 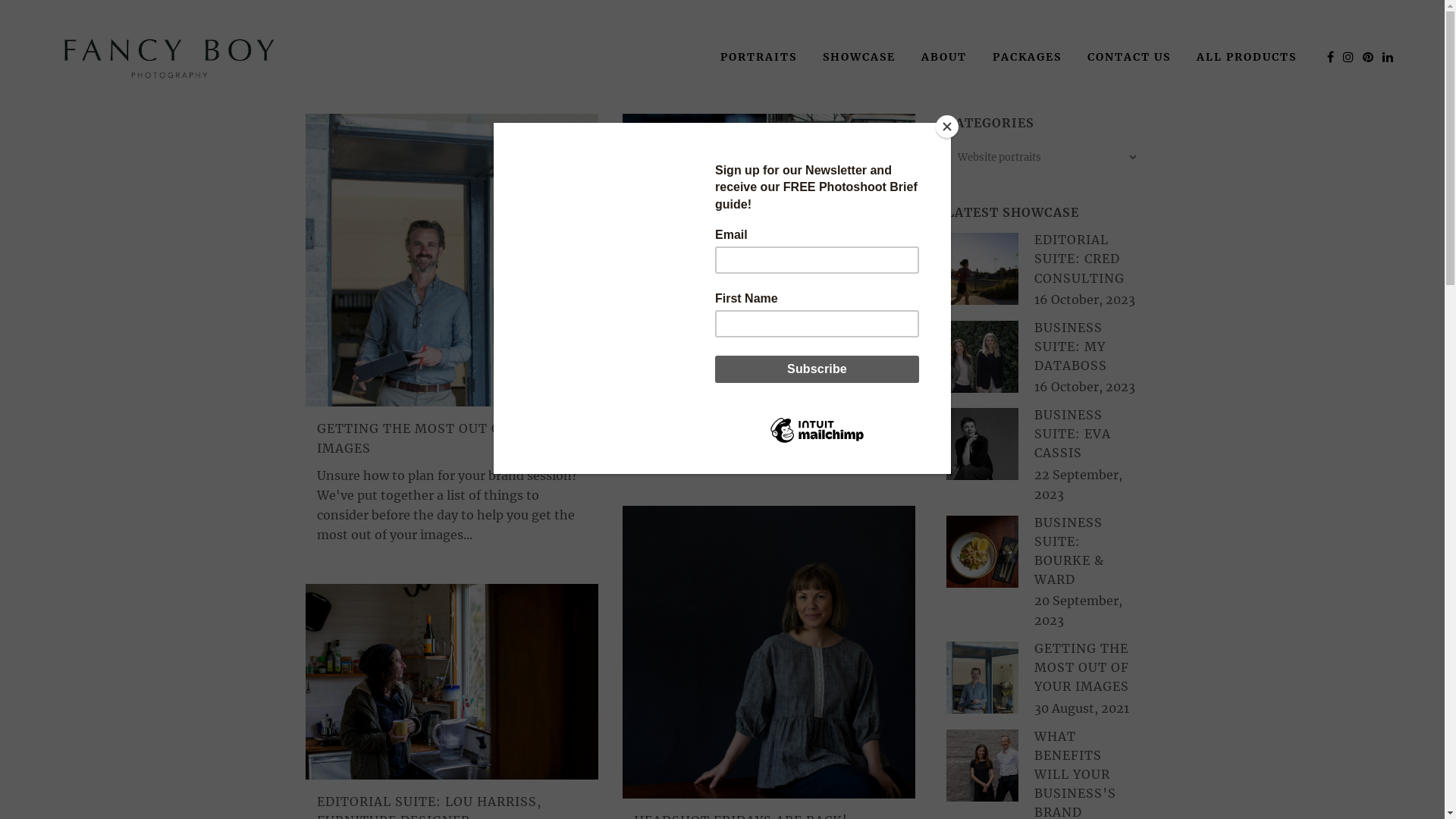 I want to click on 'BUSINESS SUITE: BOURKE & WARD', so click(x=1068, y=551).